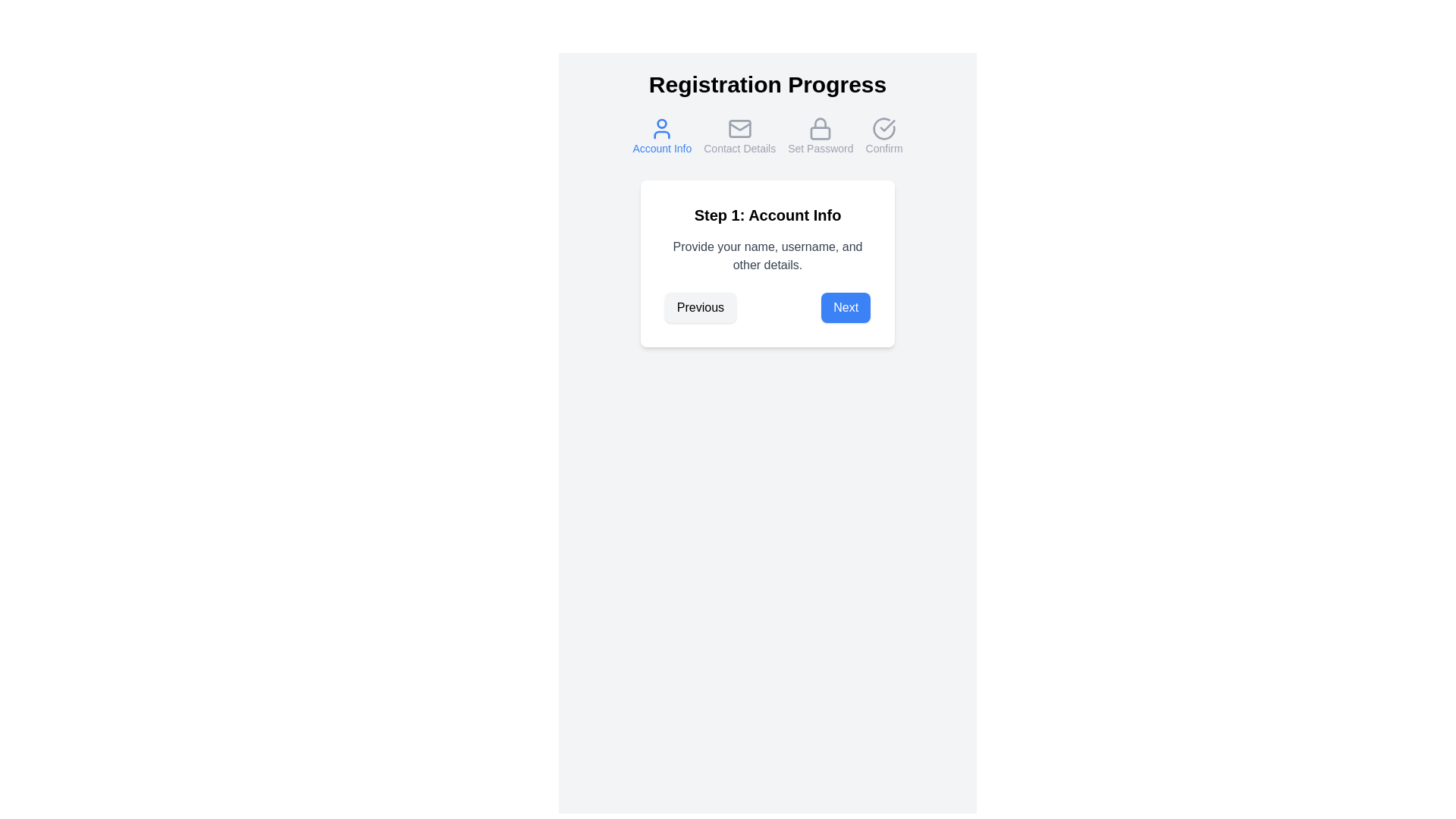 The height and width of the screenshot is (819, 1456). I want to click on the main body of the envelope graphic located in the top navigation bar between 'Account Info' and 'Set Password', so click(739, 127).